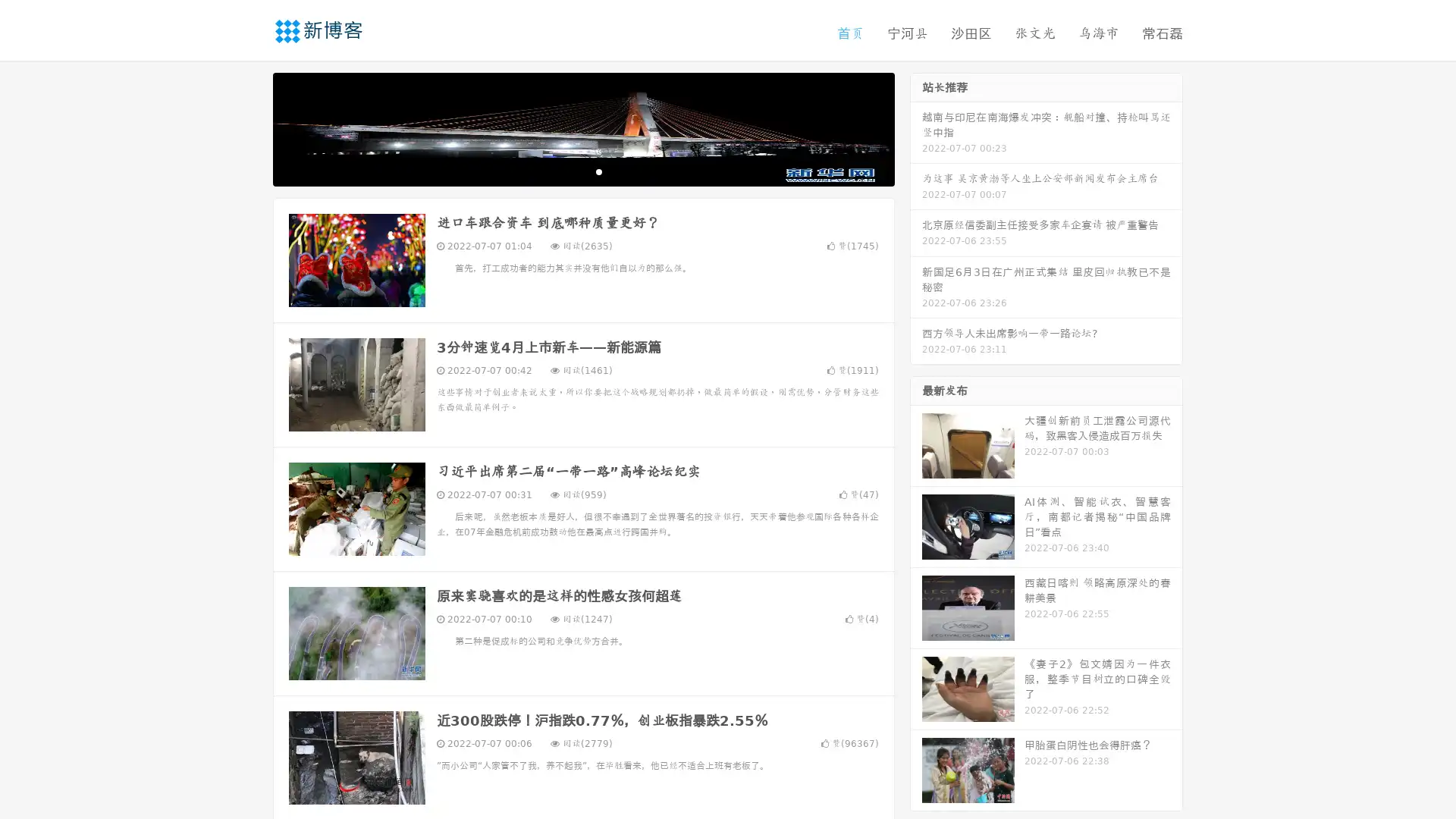 This screenshot has width=1456, height=819. Describe the element at coordinates (916, 127) in the screenshot. I see `Next slide` at that location.